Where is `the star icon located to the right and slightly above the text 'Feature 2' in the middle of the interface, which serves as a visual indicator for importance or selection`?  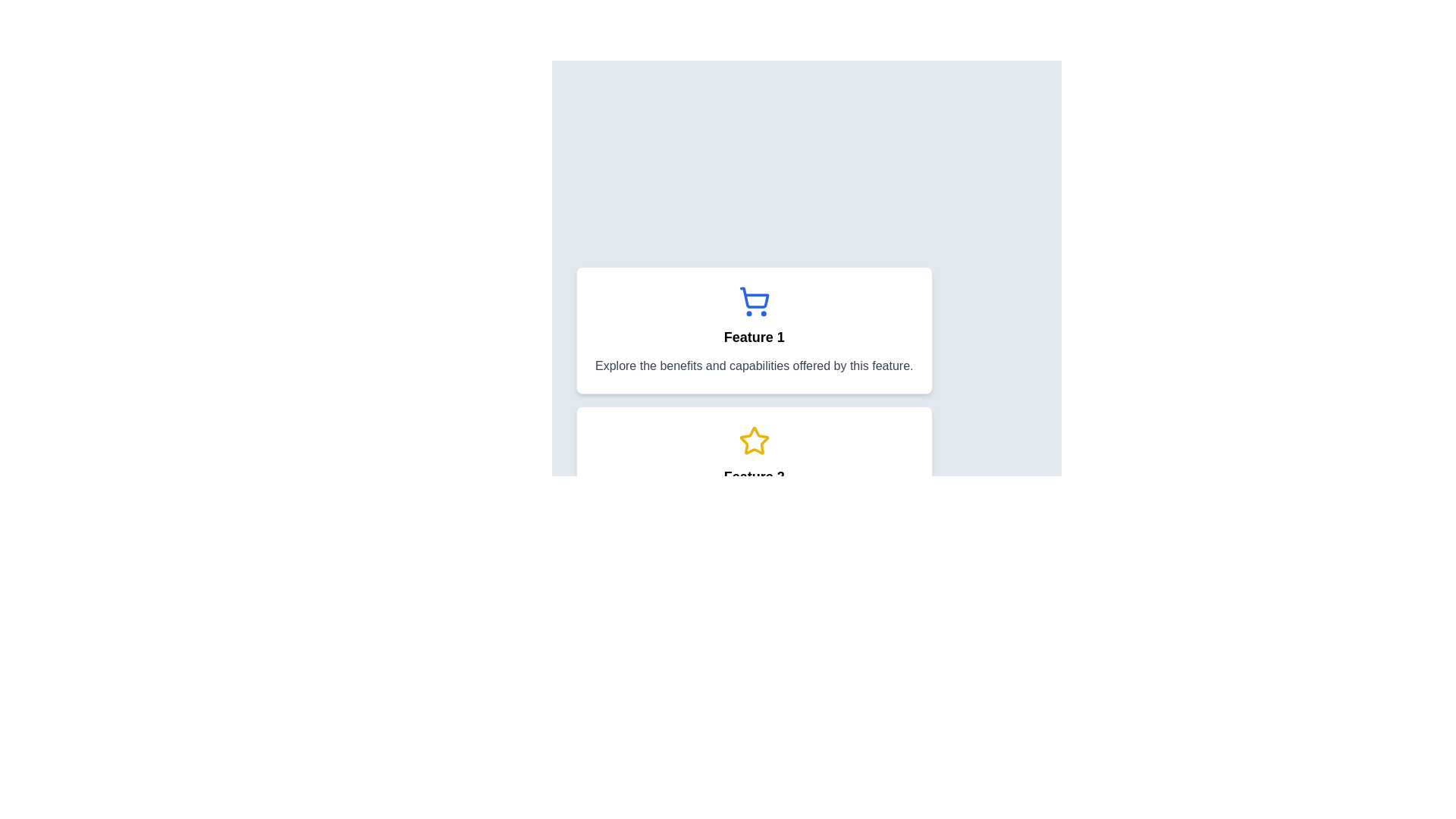 the star icon located to the right and slightly above the text 'Feature 2' in the middle of the interface, which serves as a visual indicator for importance or selection is located at coordinates (754, 441).